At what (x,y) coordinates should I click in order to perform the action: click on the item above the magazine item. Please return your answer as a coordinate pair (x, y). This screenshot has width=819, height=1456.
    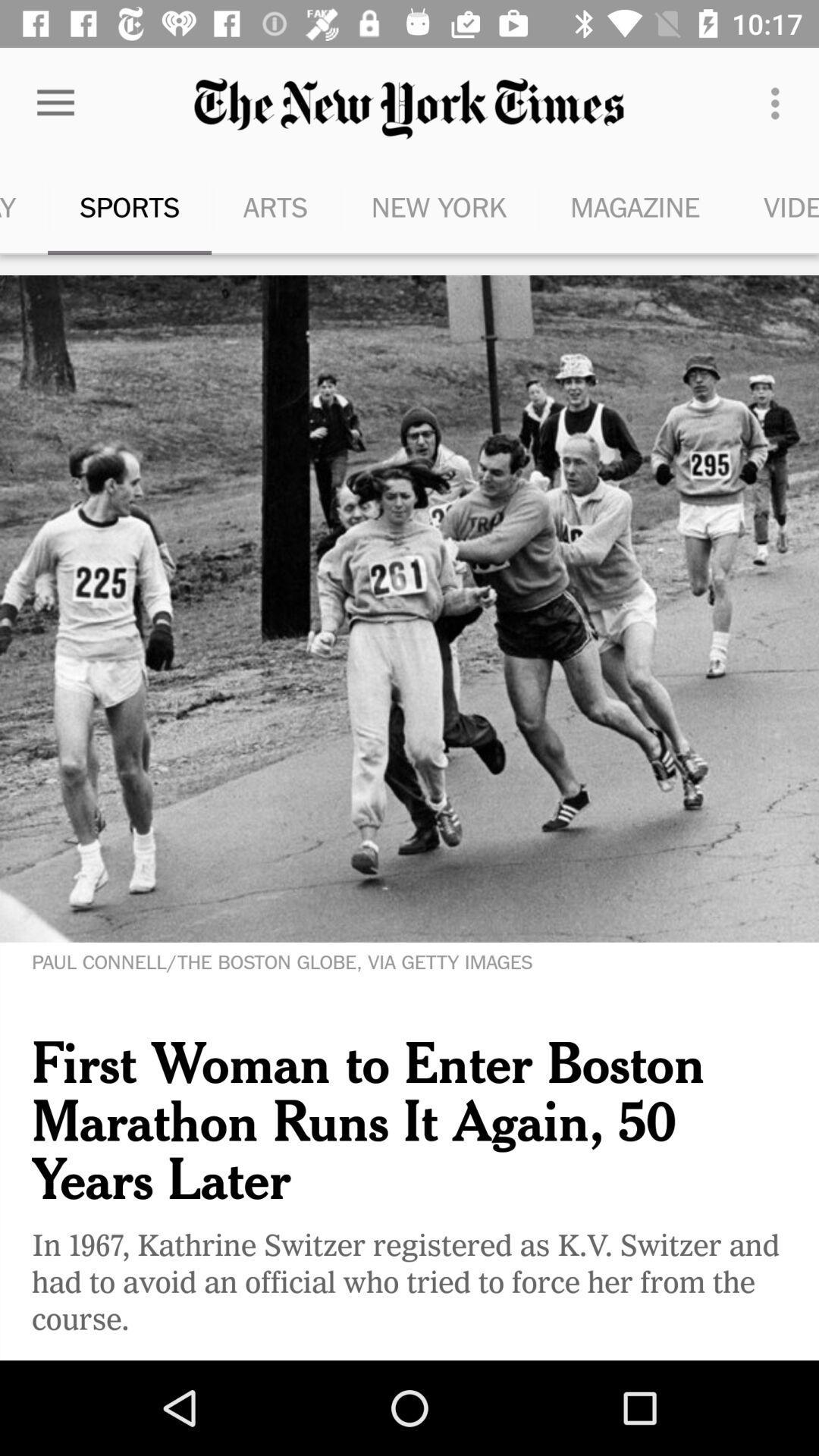
    Looking at the image, I should click on (779, 102).